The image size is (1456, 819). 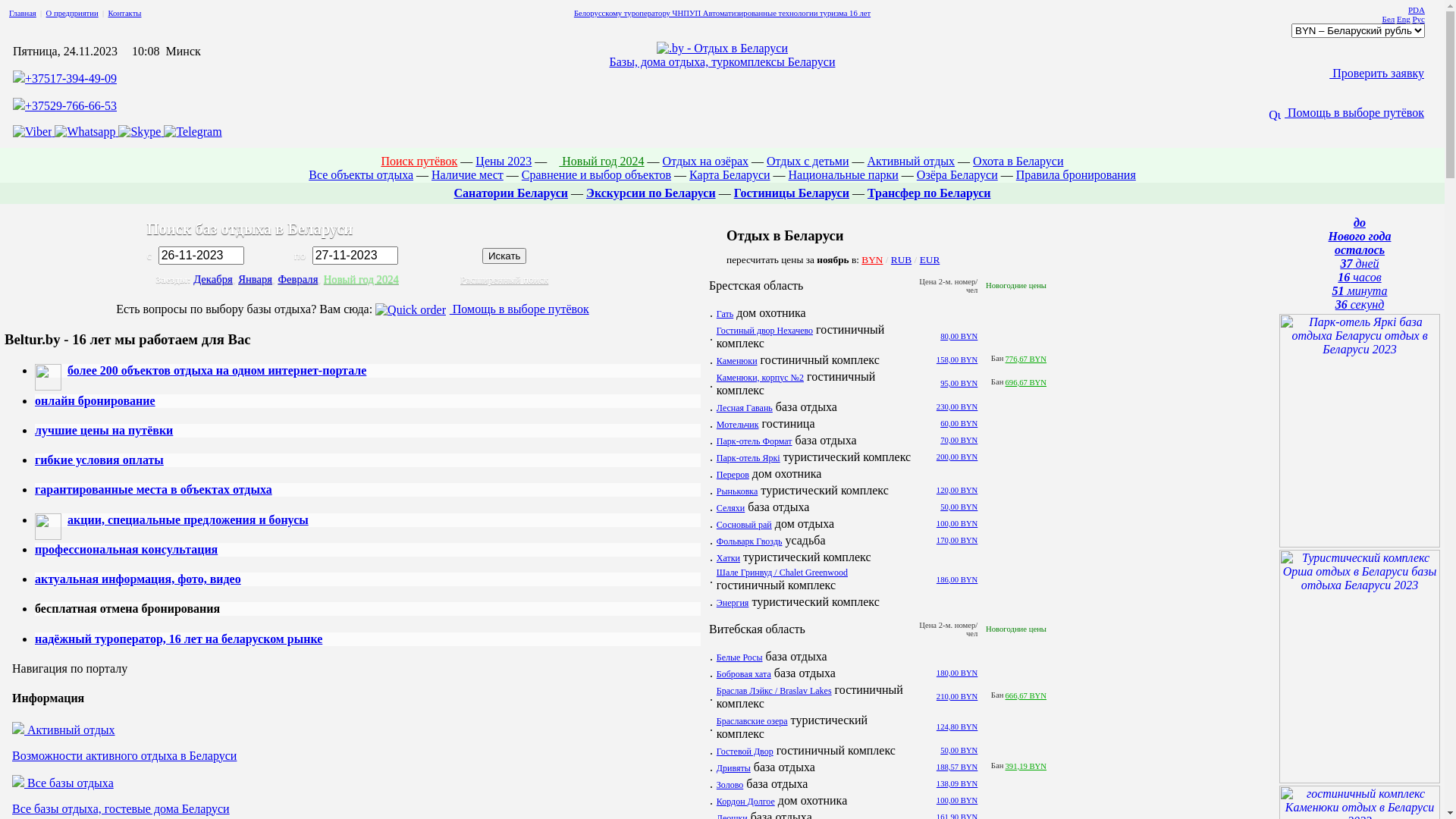 What do you see at coordinates (956, 539) in the screenshot?
I see `'170,00 BYN'` at bounding box center [956, 539].